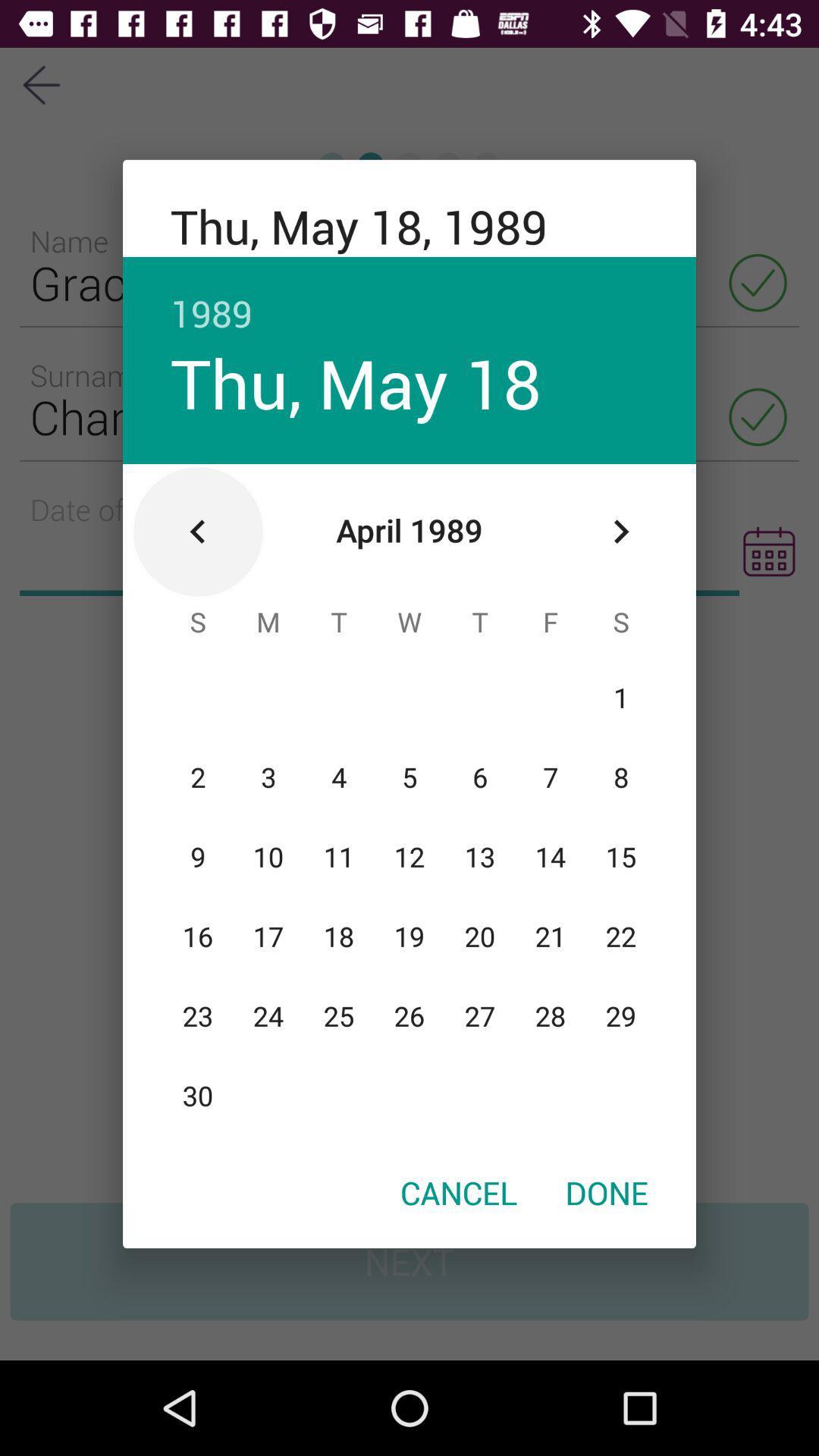 This screenshot has width=819, height=1456. Describe the element at coordinates (620, 532) in the screenshot. I see `the icon on the right` at that location.